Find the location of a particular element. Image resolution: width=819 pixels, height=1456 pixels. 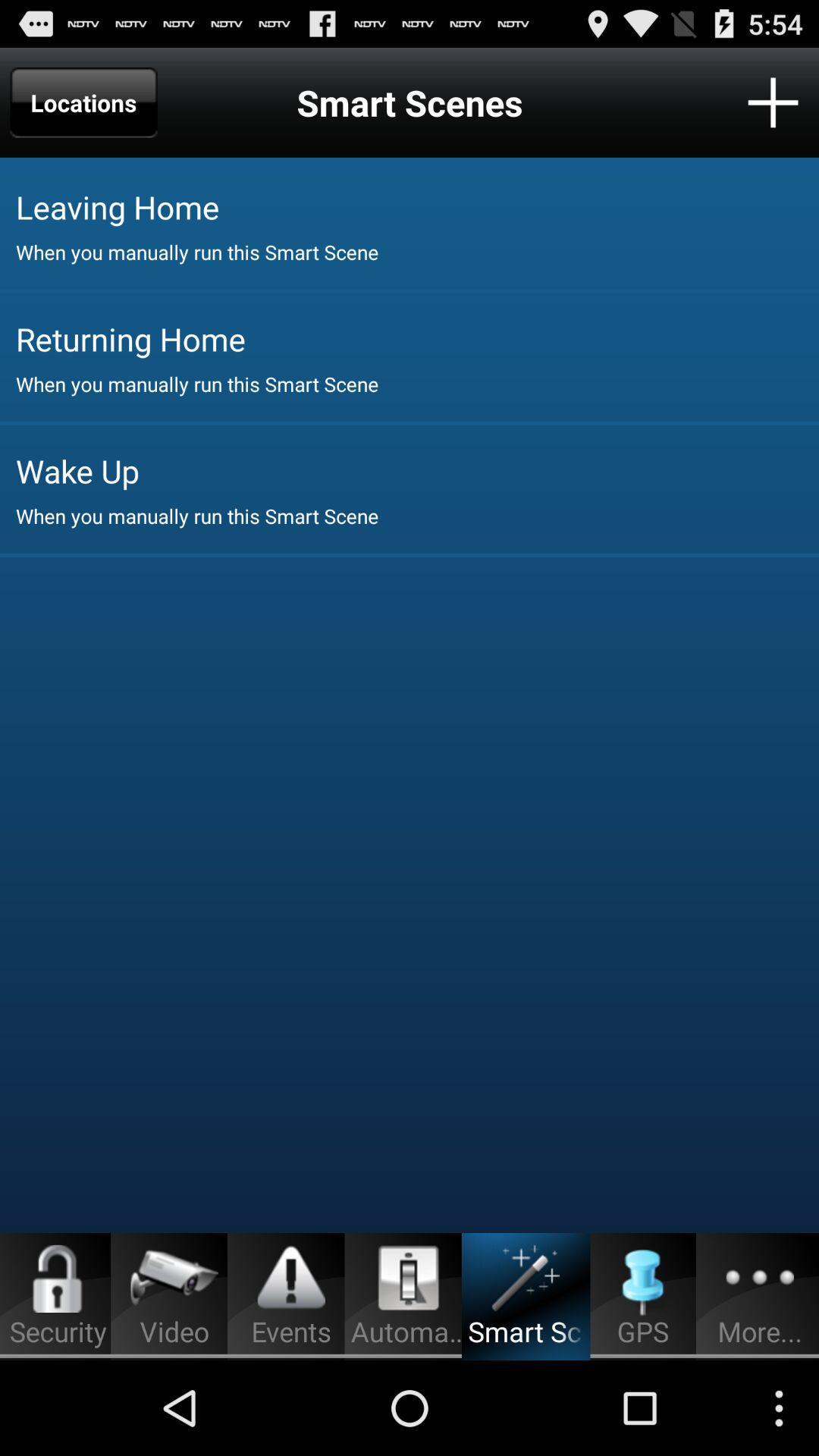

the icon above when you manually app is located at coordinates (417, 206).